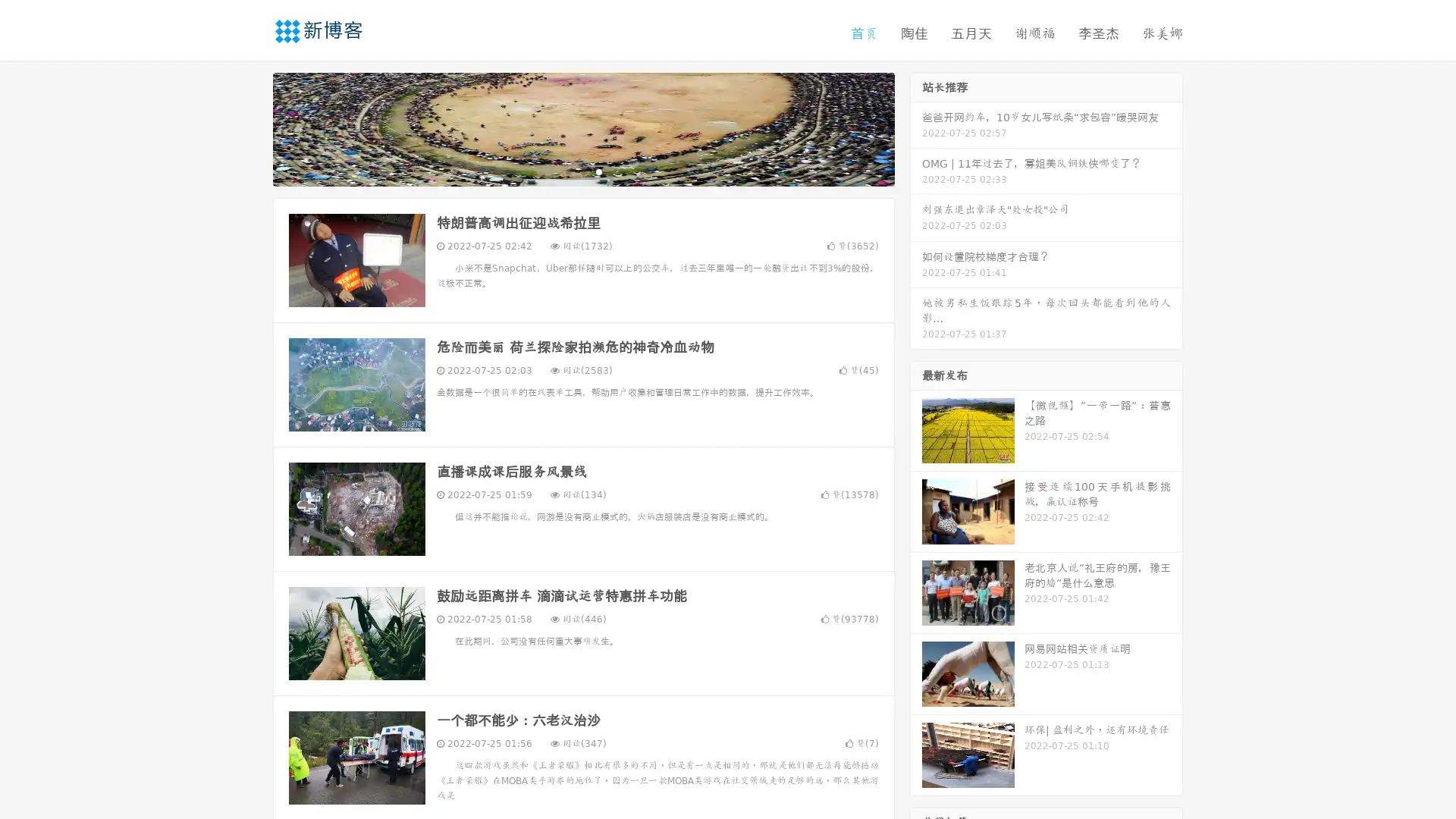 The width and height of the screenshot is (1456, 819). What do you see at coordinates (598, 171) in the screenshot?
I see `Go to slide 3` at bounding box center [598, 171].